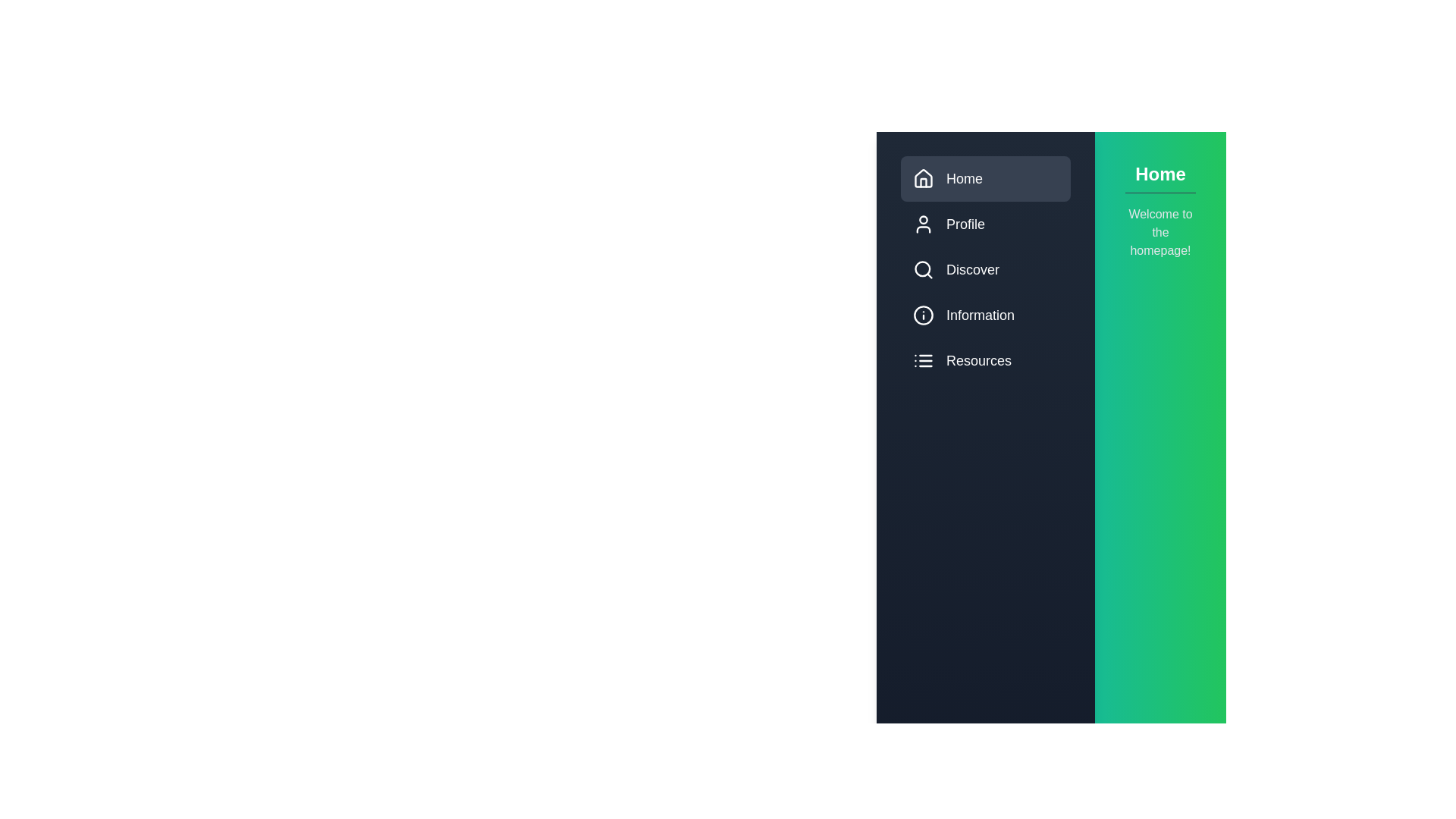 Image resolution: width=1456 pixels, height=819 pixels. Describe the element at coordinates (986, 360) in the screenshot. I see `the menu item Resources to preview its interaction` at that location.